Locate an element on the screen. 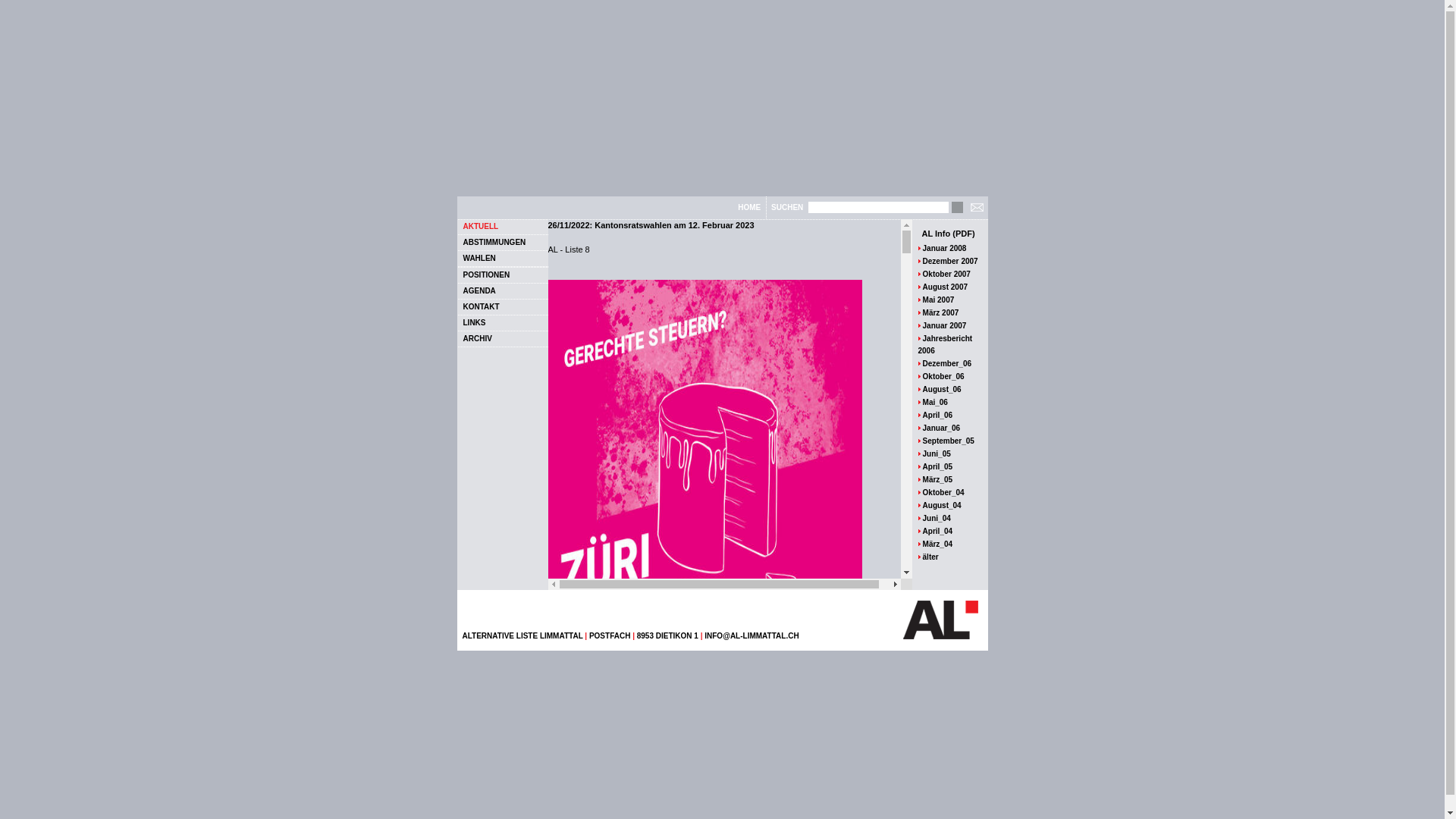  'August_06' is located at coordinates (941, 388).